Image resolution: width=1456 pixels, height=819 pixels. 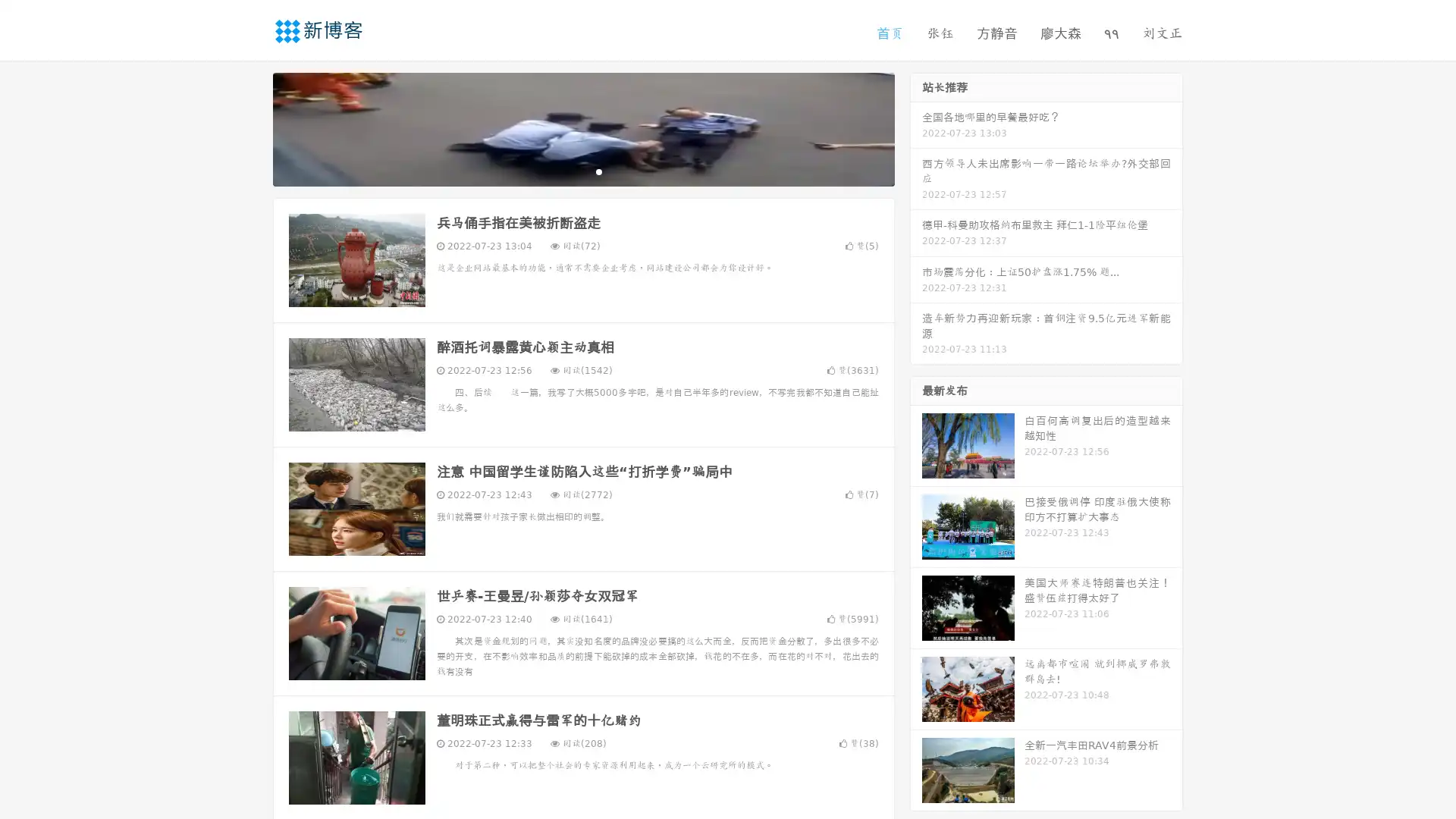 I want to click on Go to slide 2, so click(x=582, y=171).